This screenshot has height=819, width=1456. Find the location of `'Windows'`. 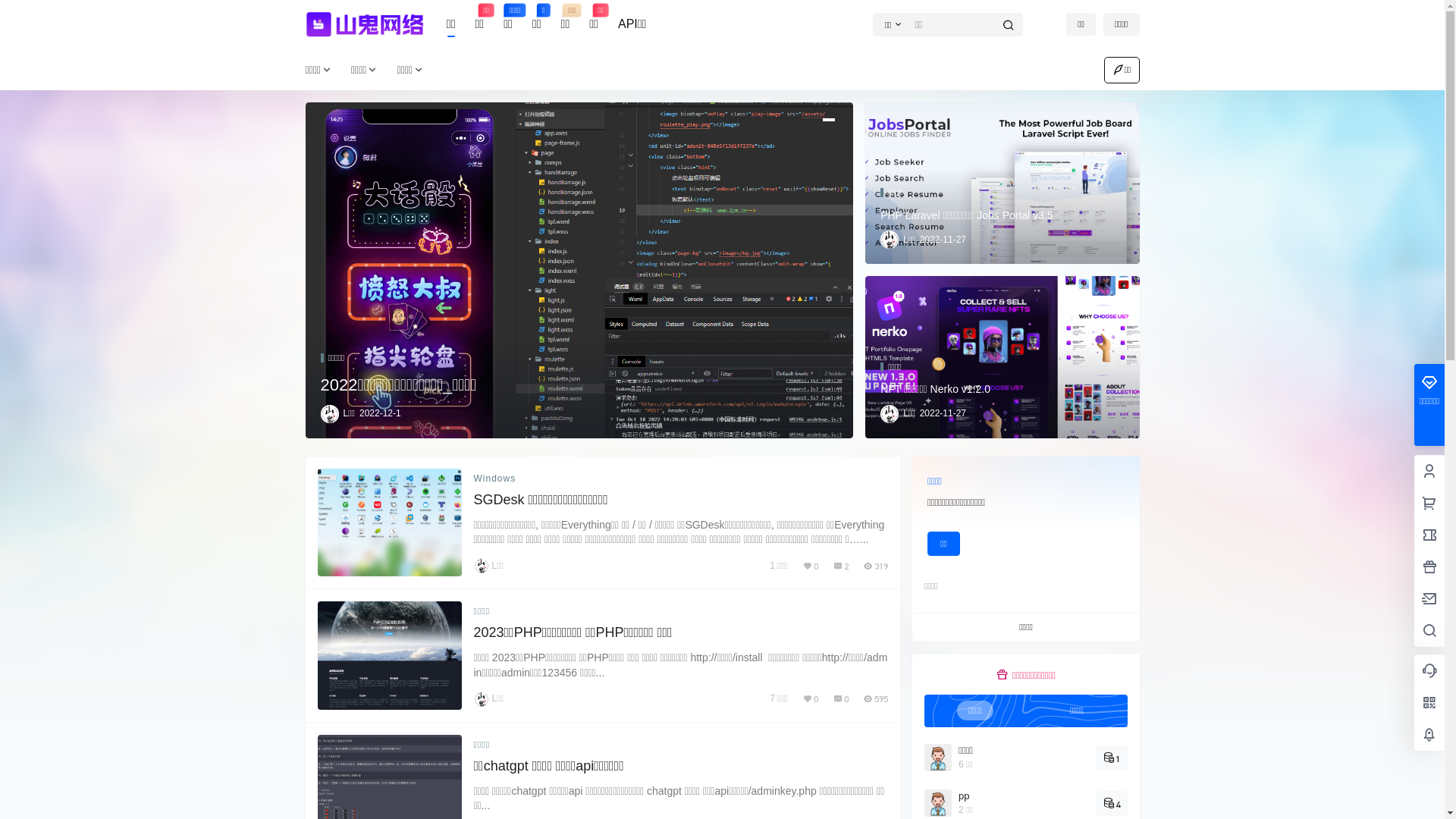

'Windows' is located at coordinates (494, 479).